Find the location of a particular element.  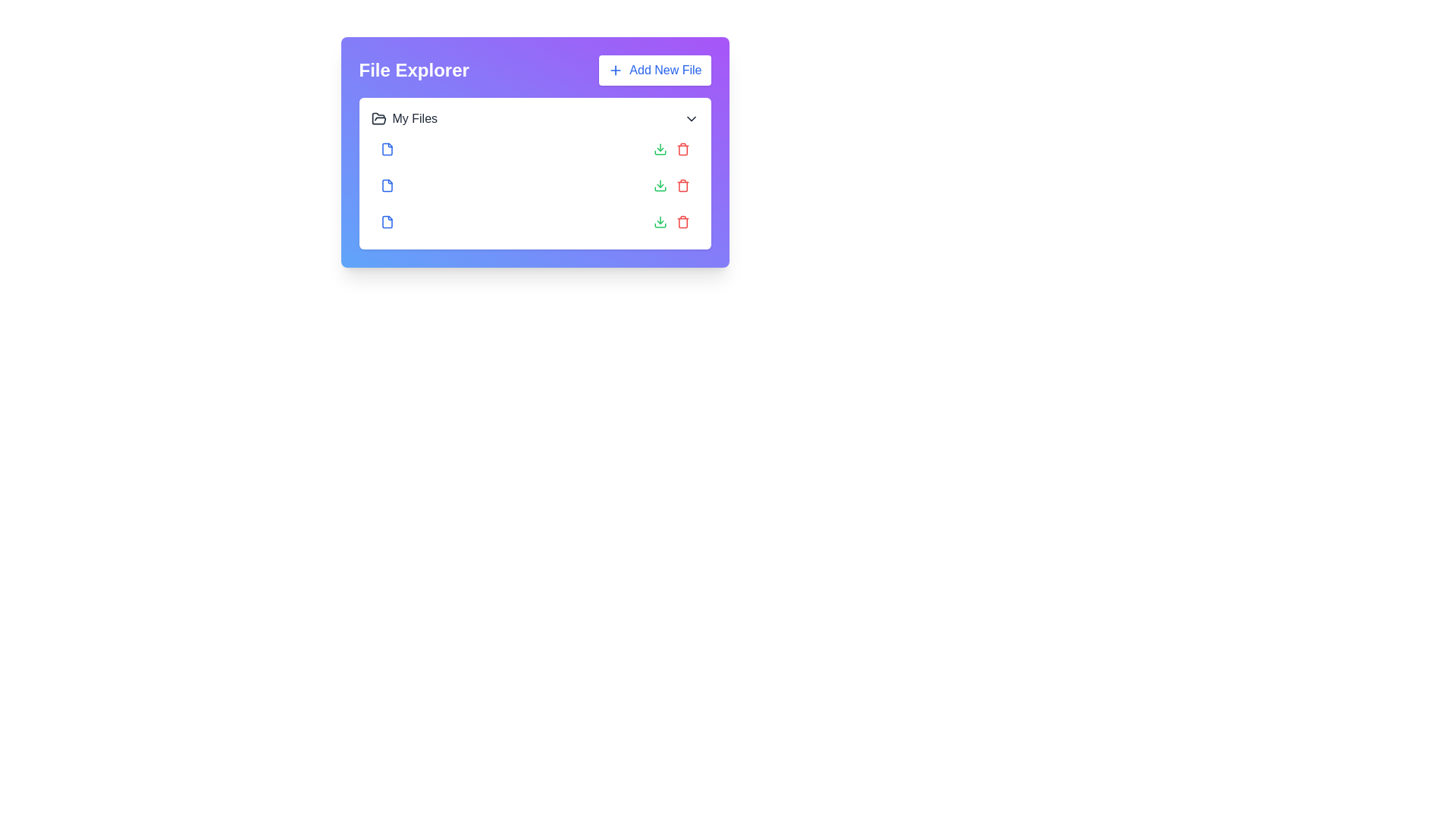

the delete button in the 'File Explorer' interface is located at coordinates (682, 222).